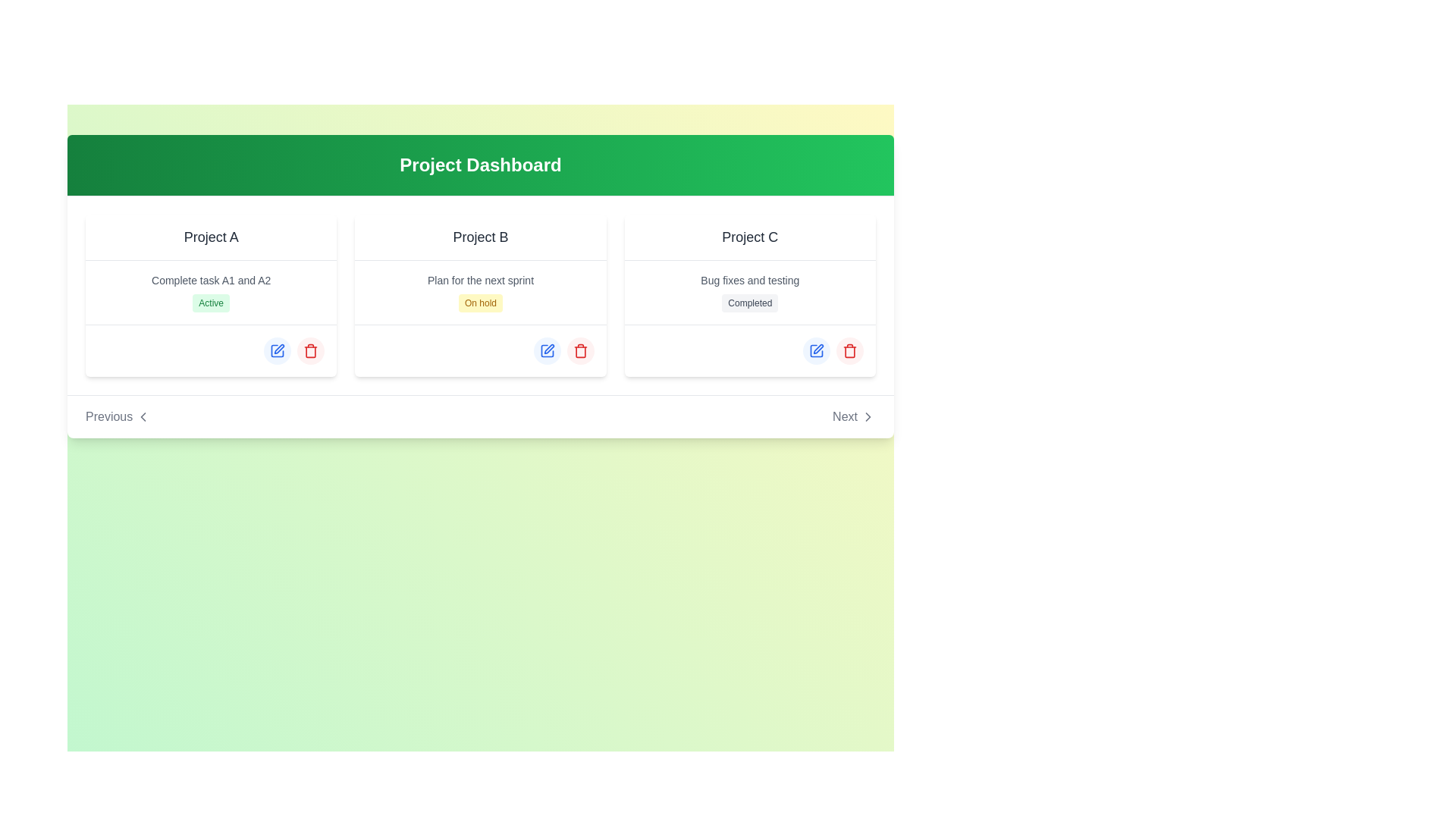 This screenshot has height=819, width=1456. Describe the element at coordinates (277, 350) in the screenshot. I see `the blue square icon button with a pen stroke in the bottom-right corner of the card for 'Project A' to initiate editing` at that location.